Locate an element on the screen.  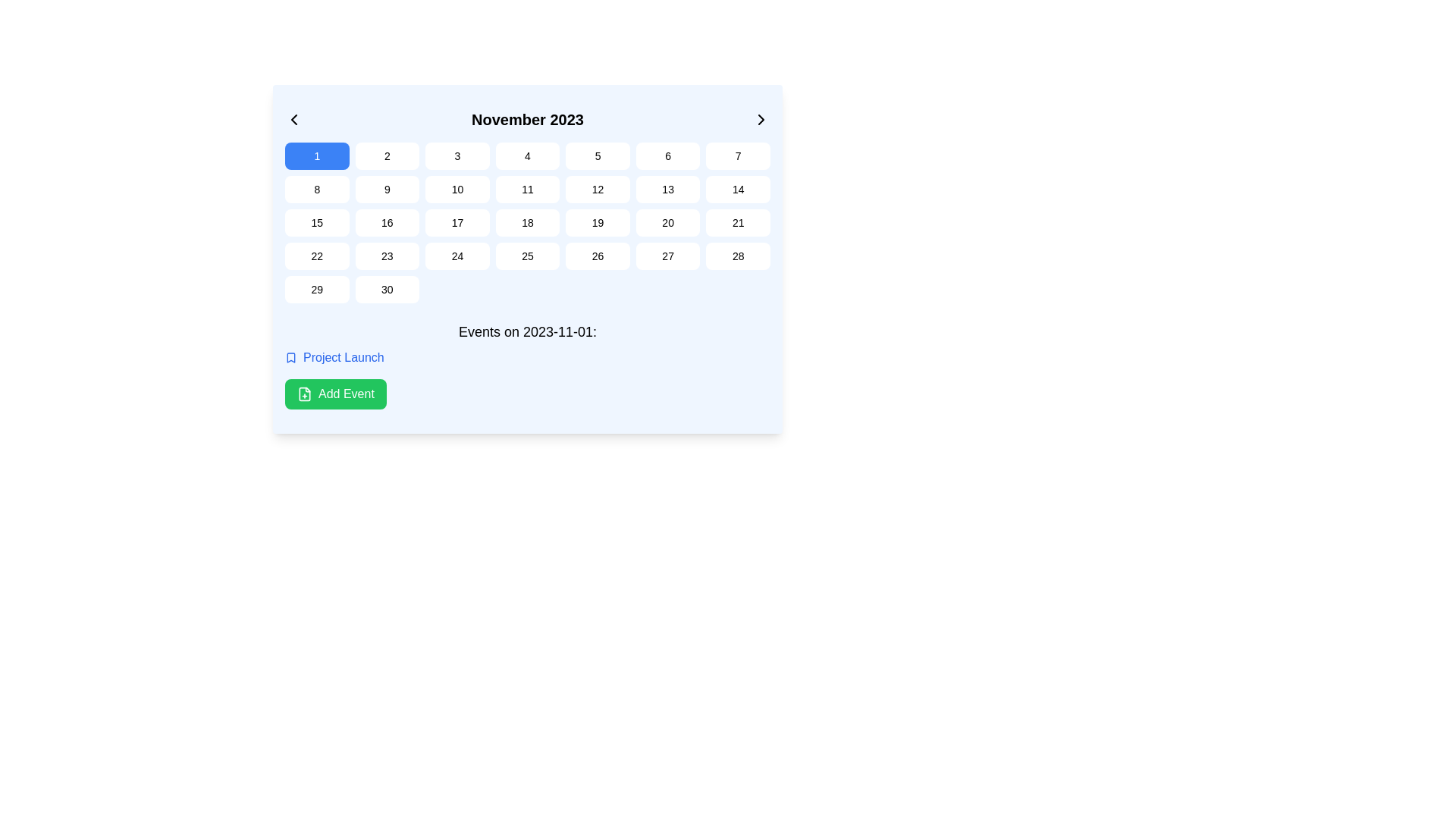
the rounded rectangular button with the text '20' in the calendar view is located at coordinates (667, 222).